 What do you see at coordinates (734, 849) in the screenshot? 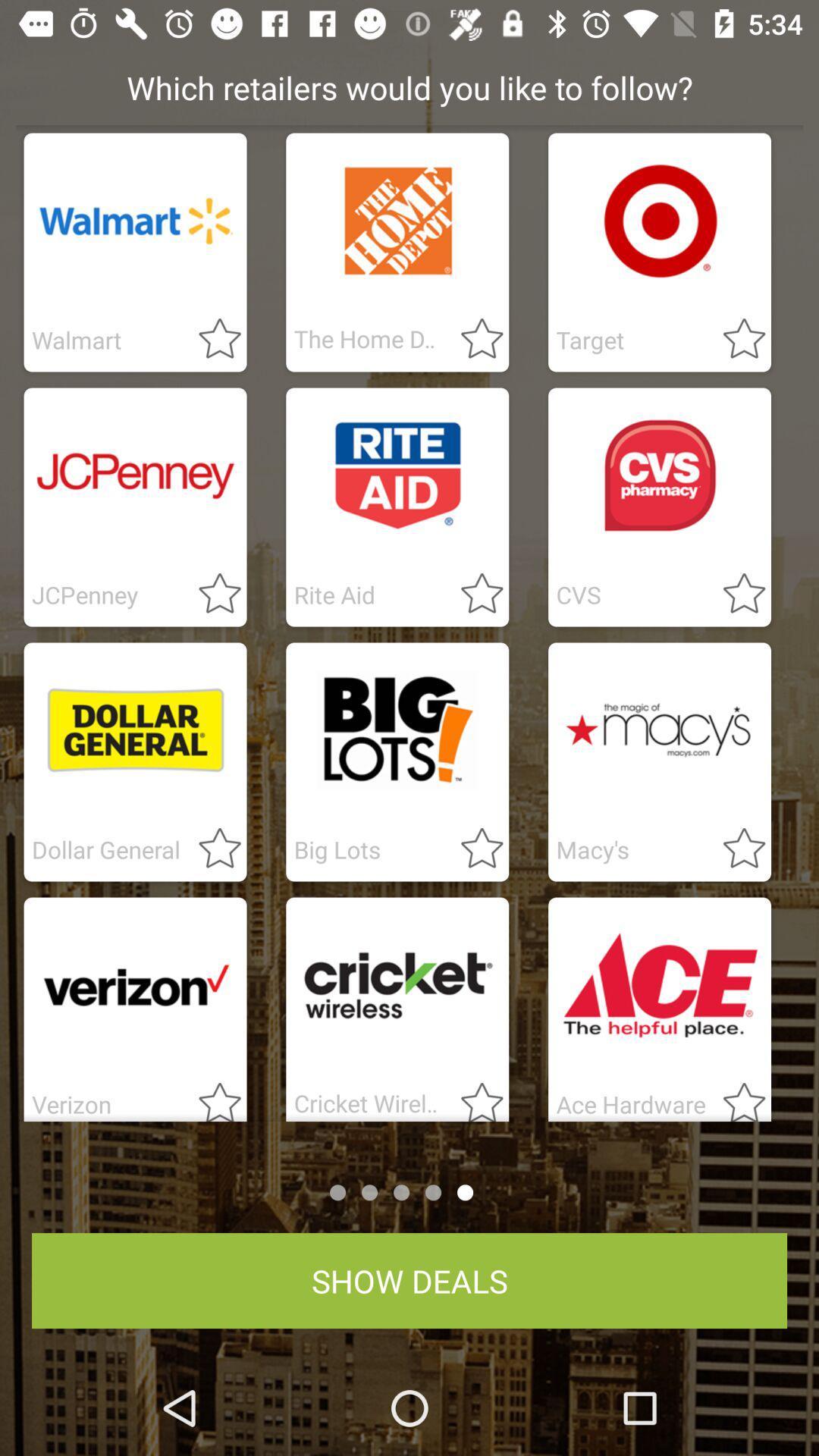
I see `favorite` at bounding box center [734, 849].